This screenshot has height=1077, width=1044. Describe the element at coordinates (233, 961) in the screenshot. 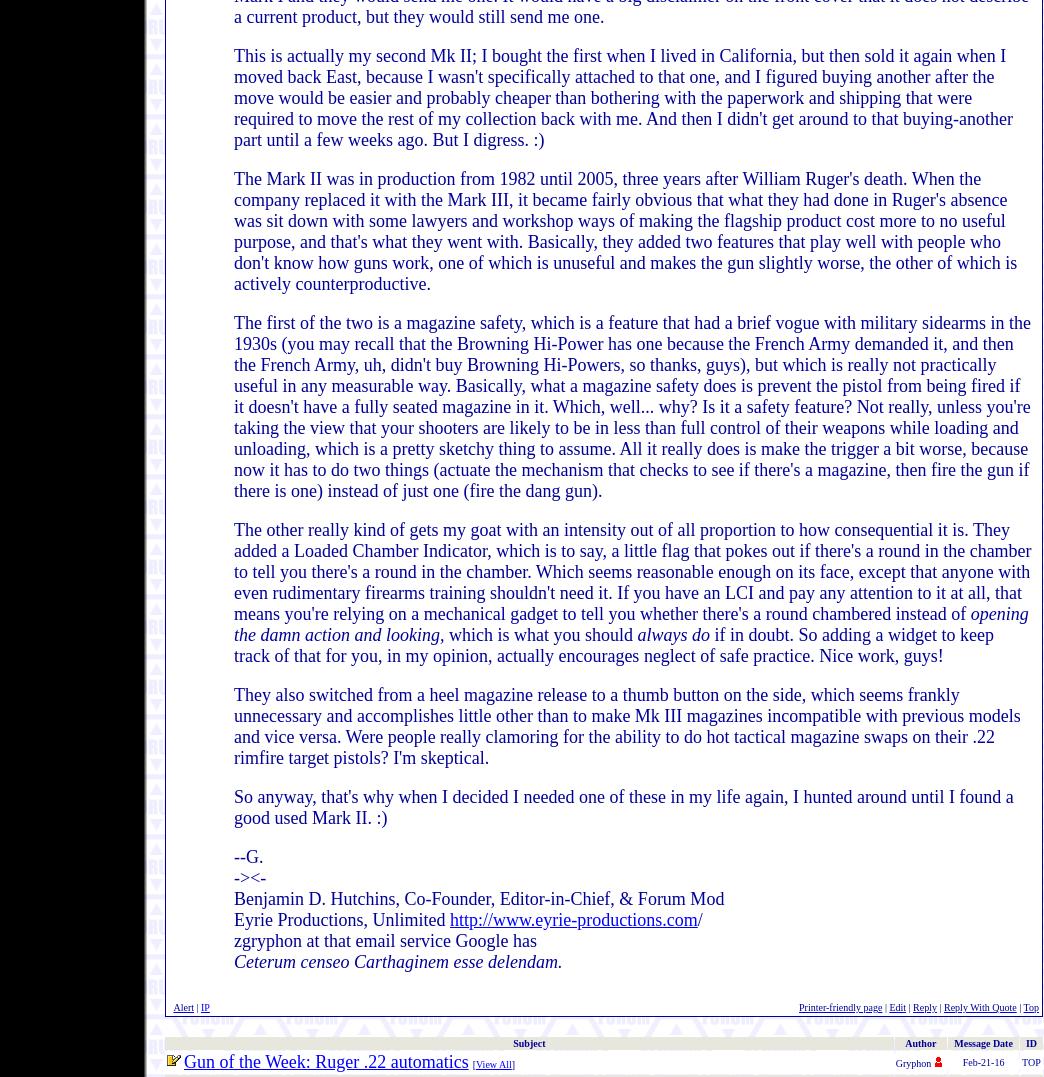

I see `'Ceterum censeo Carthaginem esse delendam.'` at that location.